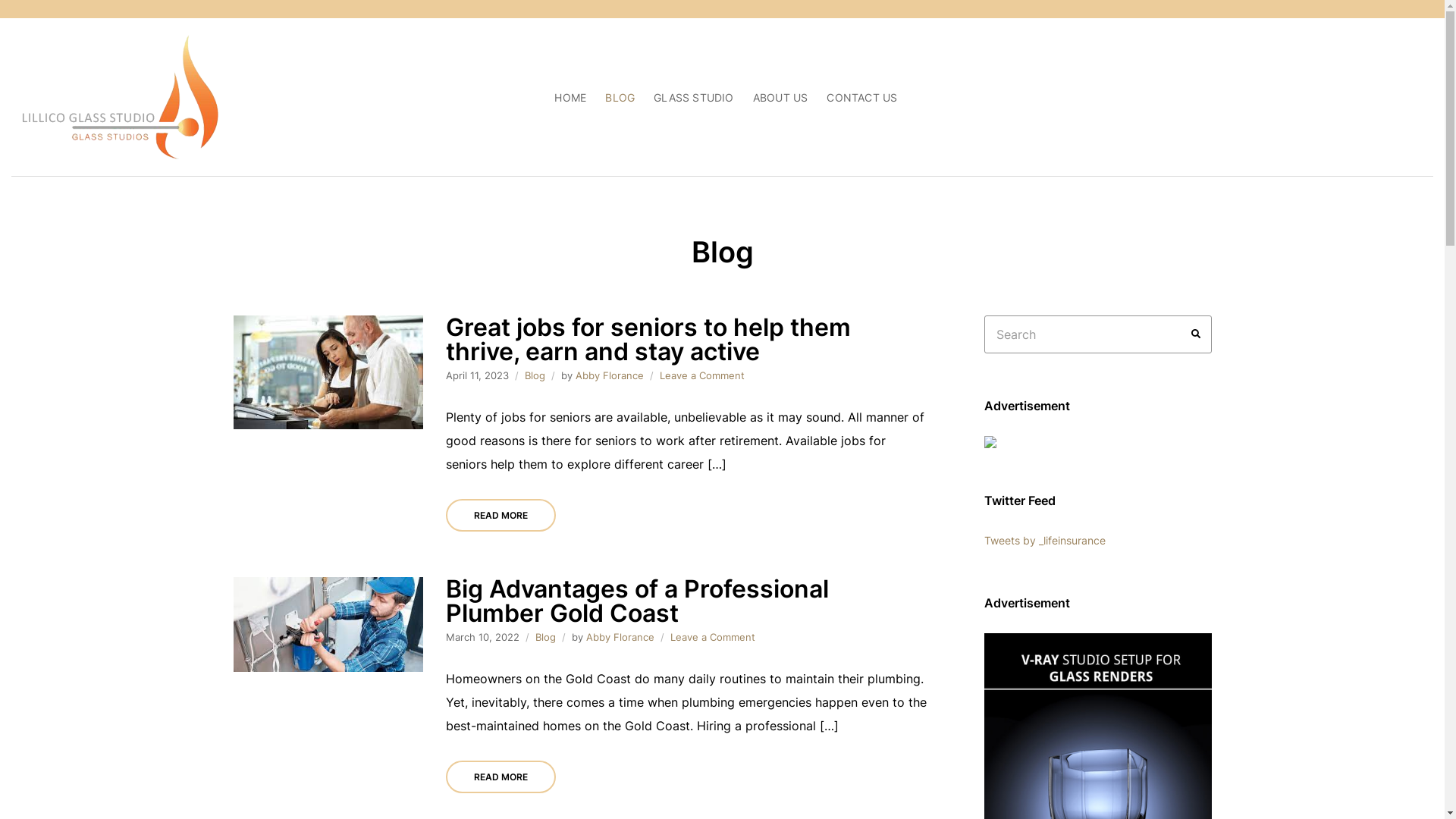 Image resolution: width=1456 pixels, height=819 pixels. I want to click on 'READ MORE', so click(500, 514).